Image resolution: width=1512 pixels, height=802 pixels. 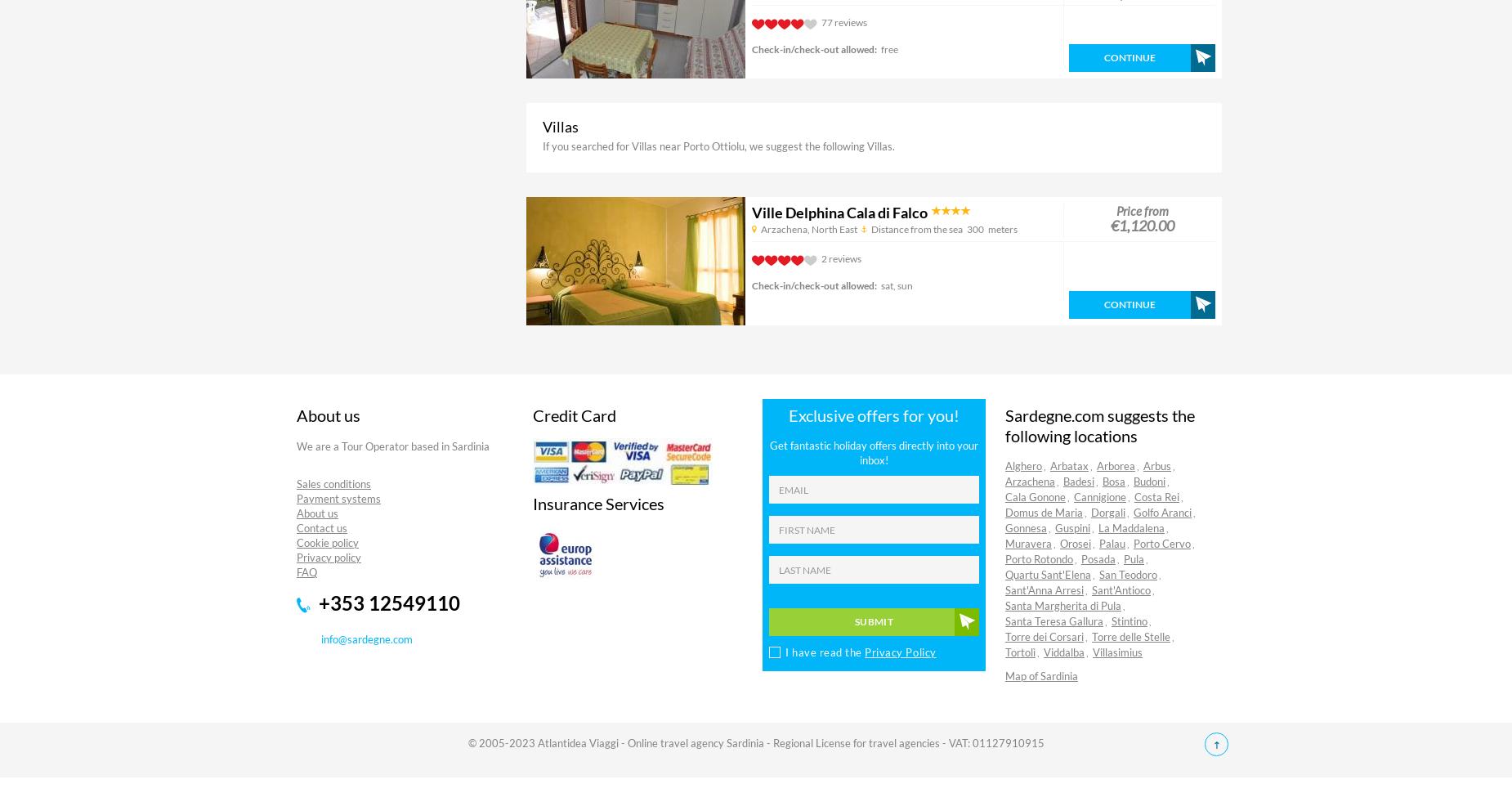 What do you see at coordinates (1040, 675) in the screenshot?
I see `'Map of Sardinia'` at bounding box center [1040, 675].